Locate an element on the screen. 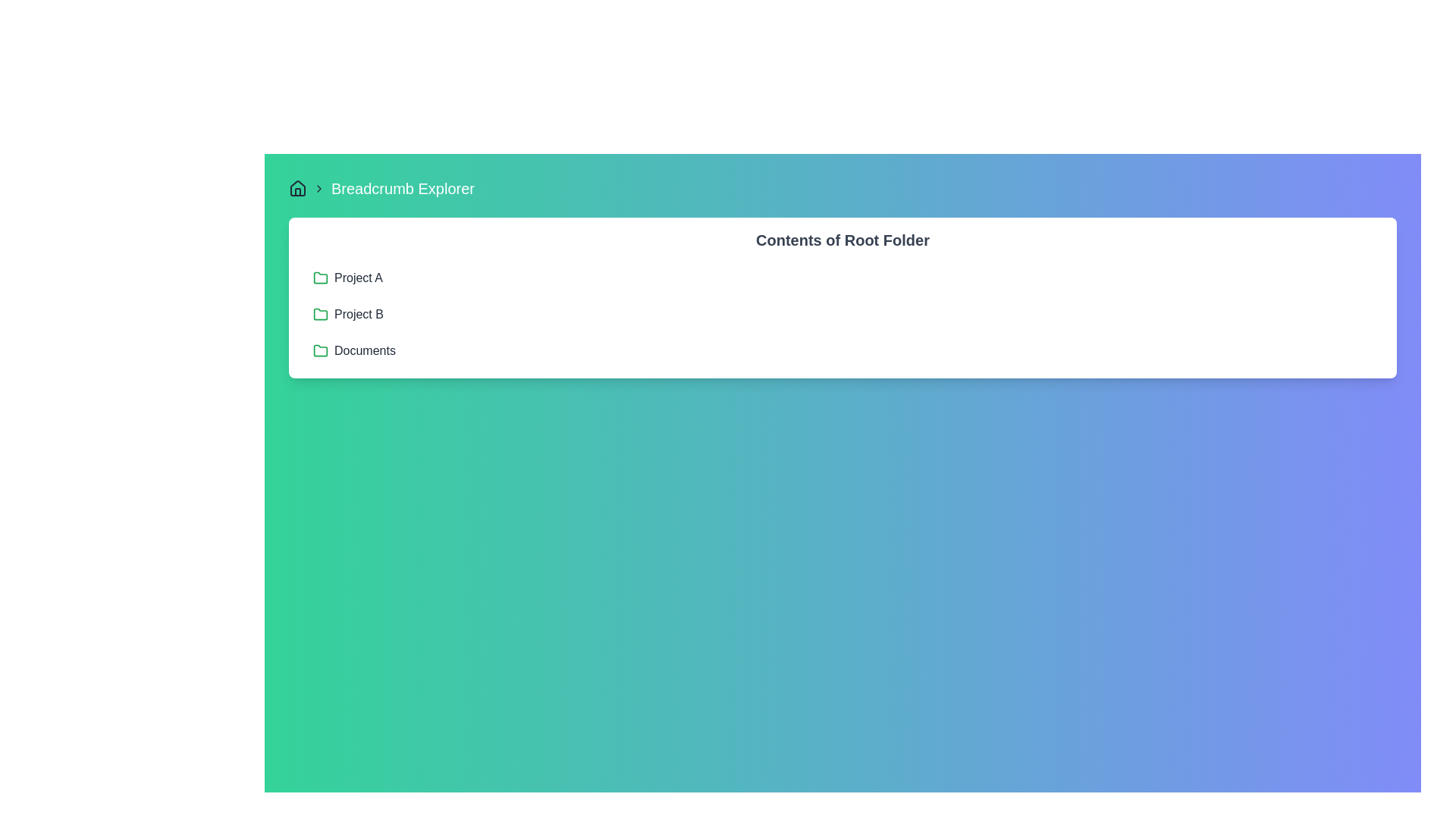 The height and width of the screenshot is (819, 1456). the folder icon with a green outline located to the left of 'Project B', which is the second element in the vertical list is located at coordinates (319, 314).